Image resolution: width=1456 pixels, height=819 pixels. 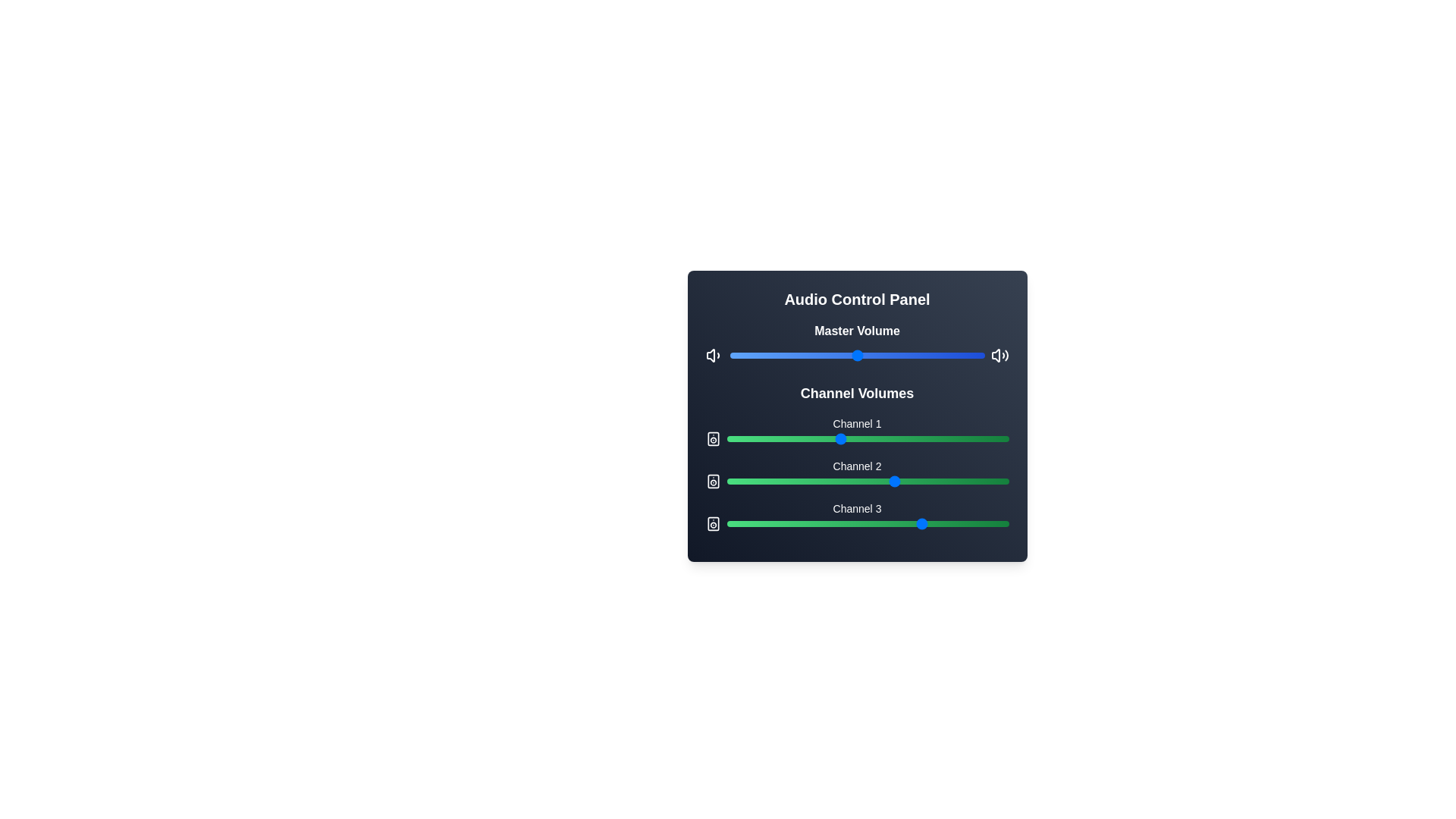 I want to click on the blue thumb of the volume slider for 'Channel 1', so click(x=857, y=431).